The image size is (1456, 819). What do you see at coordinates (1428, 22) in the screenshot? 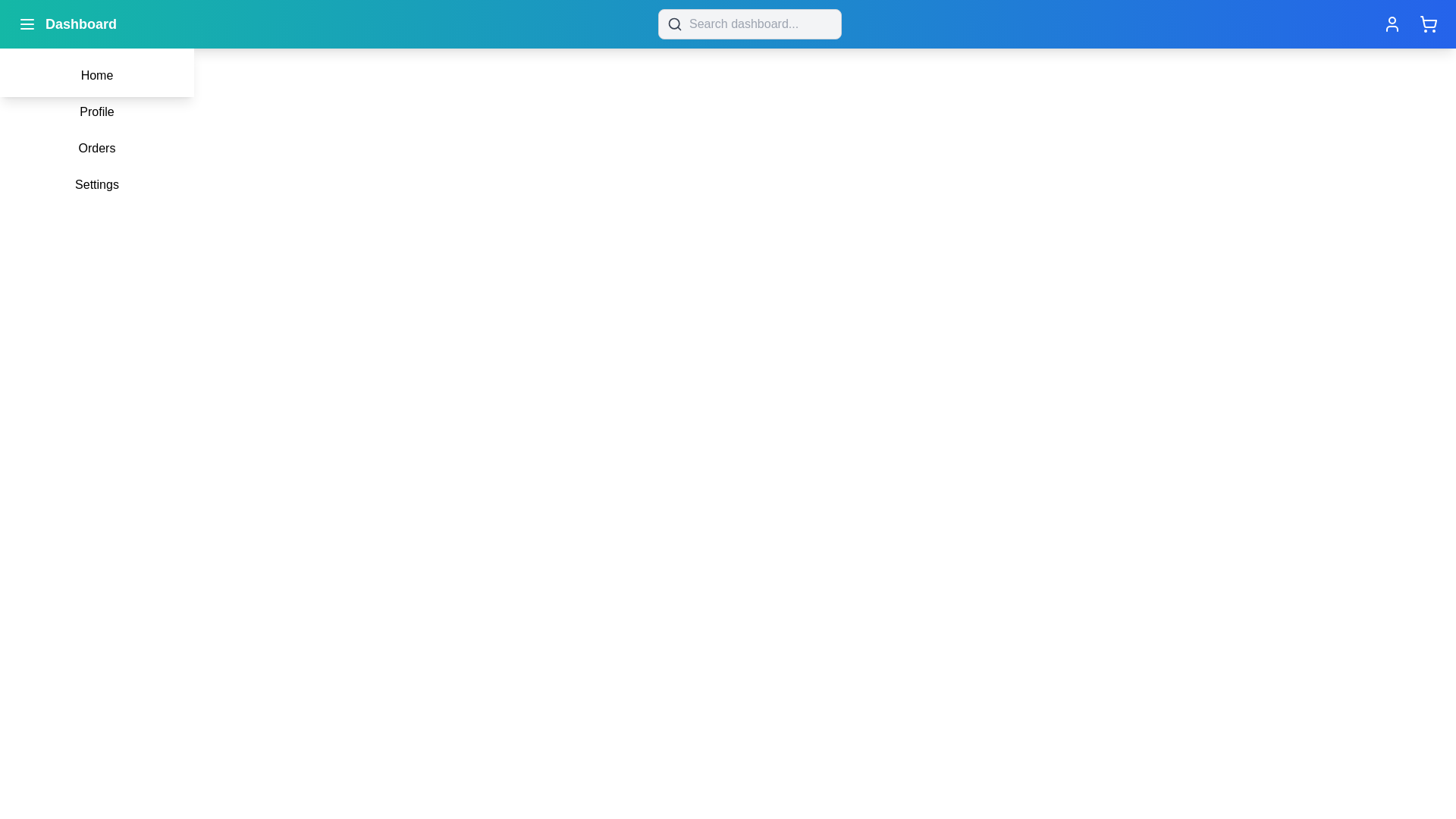
I see `the main body of the shopping cart icon located in the top-right corner of the navigation bar to redirect to the shopping cart or checkout page` at bounding box center [1428, 22].